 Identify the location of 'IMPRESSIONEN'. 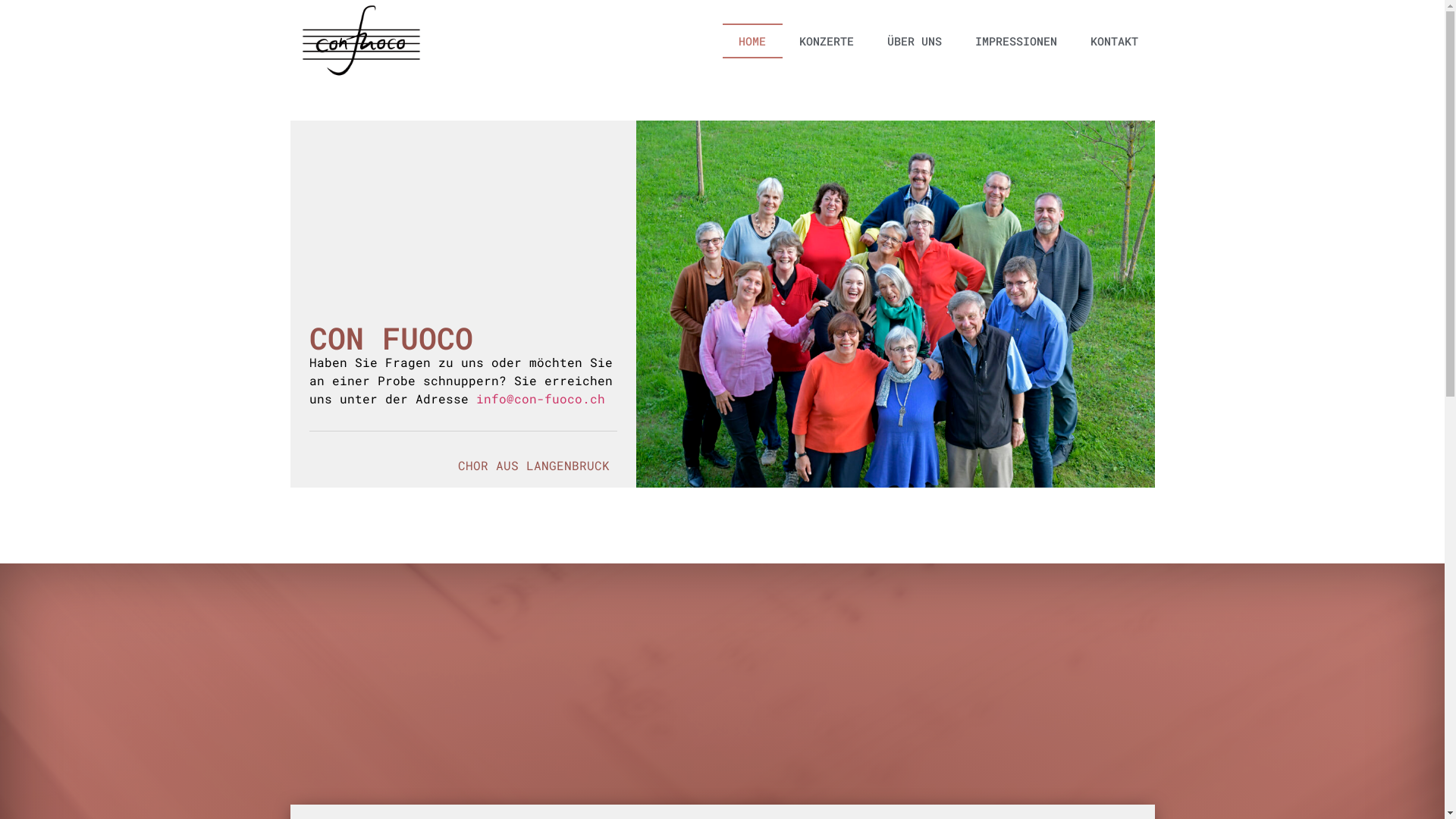
(957, 40).